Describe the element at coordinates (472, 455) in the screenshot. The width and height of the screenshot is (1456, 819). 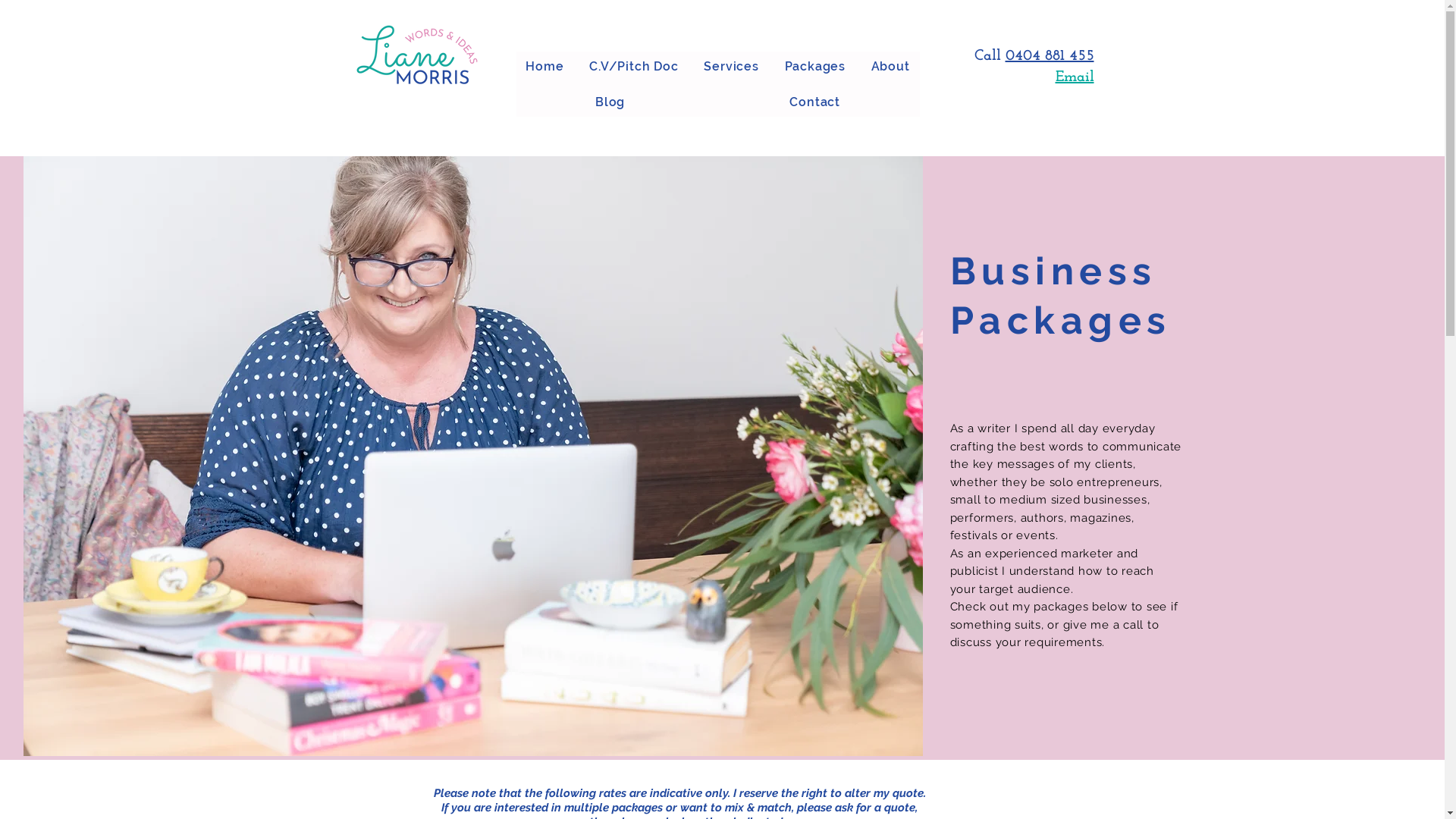
I see `'Liane Morris-Trish Evans Photography-3.j'` at that location.